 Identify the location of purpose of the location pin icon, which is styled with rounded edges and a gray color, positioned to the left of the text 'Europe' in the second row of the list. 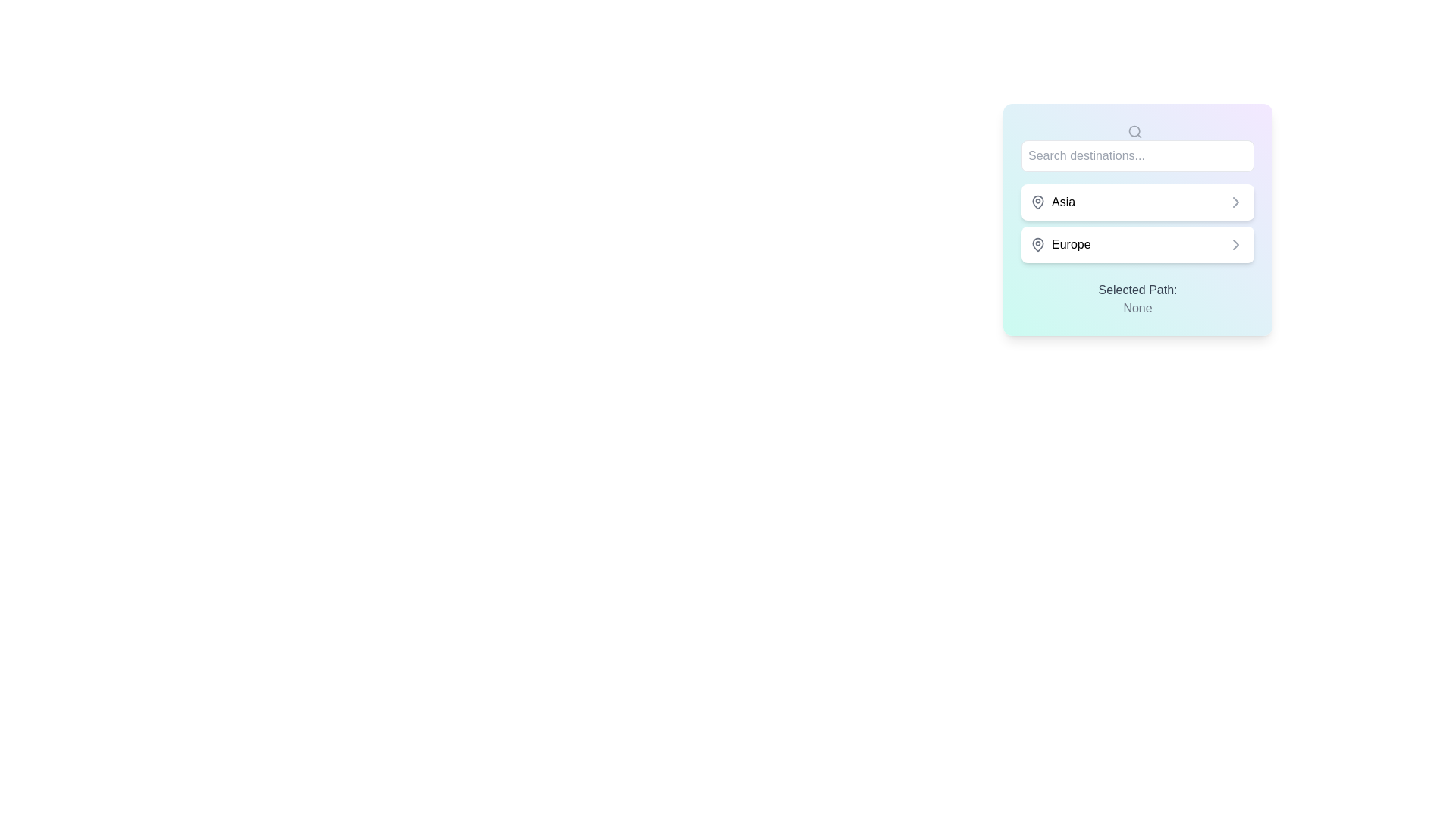
(1037, 244).